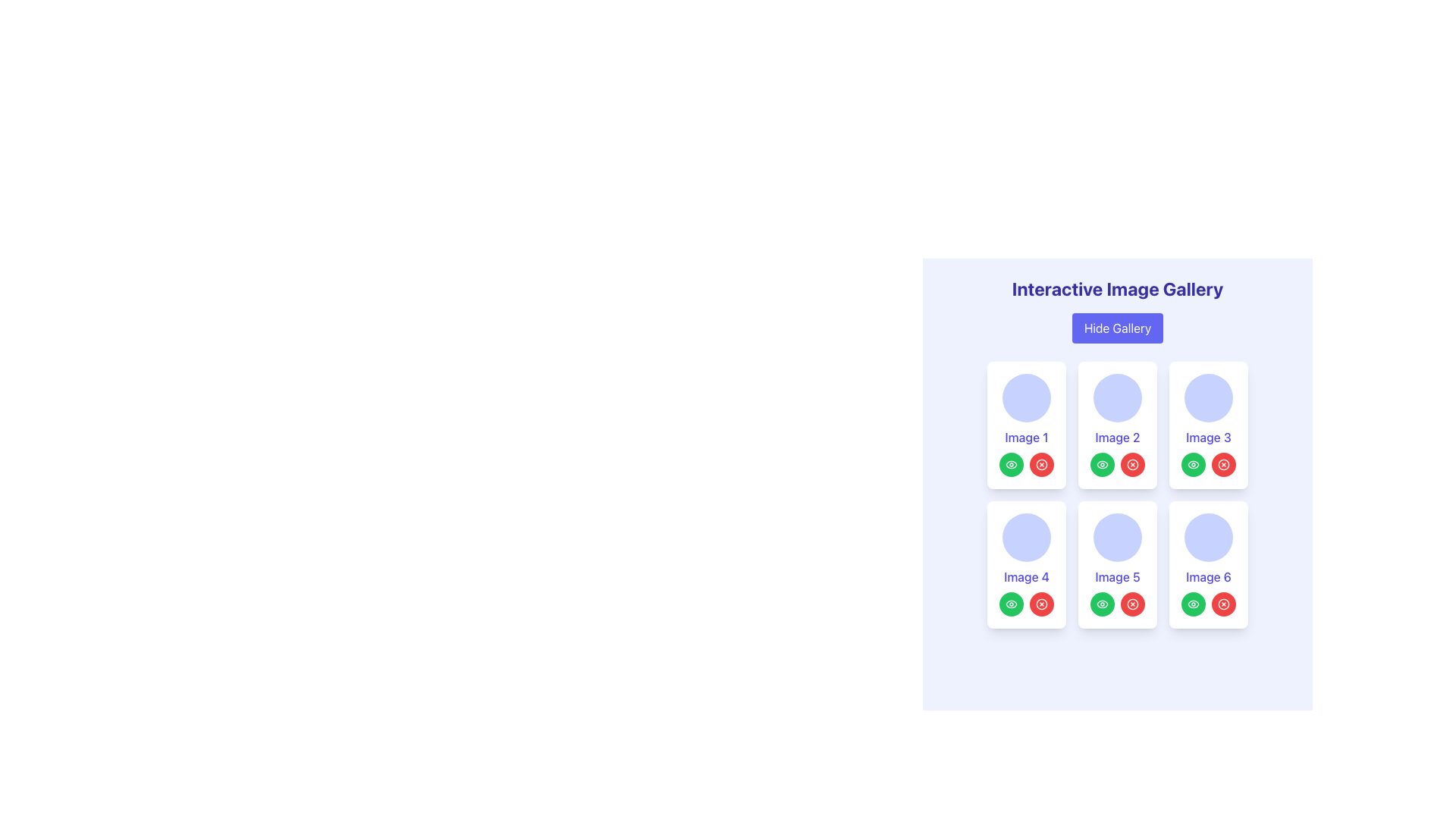 The width and height of the screenshot is (1456, 819). I want to click on the first button under 'Image 4' in the 3x2 grid layout to visualize hover effects, so click(1012, 604).